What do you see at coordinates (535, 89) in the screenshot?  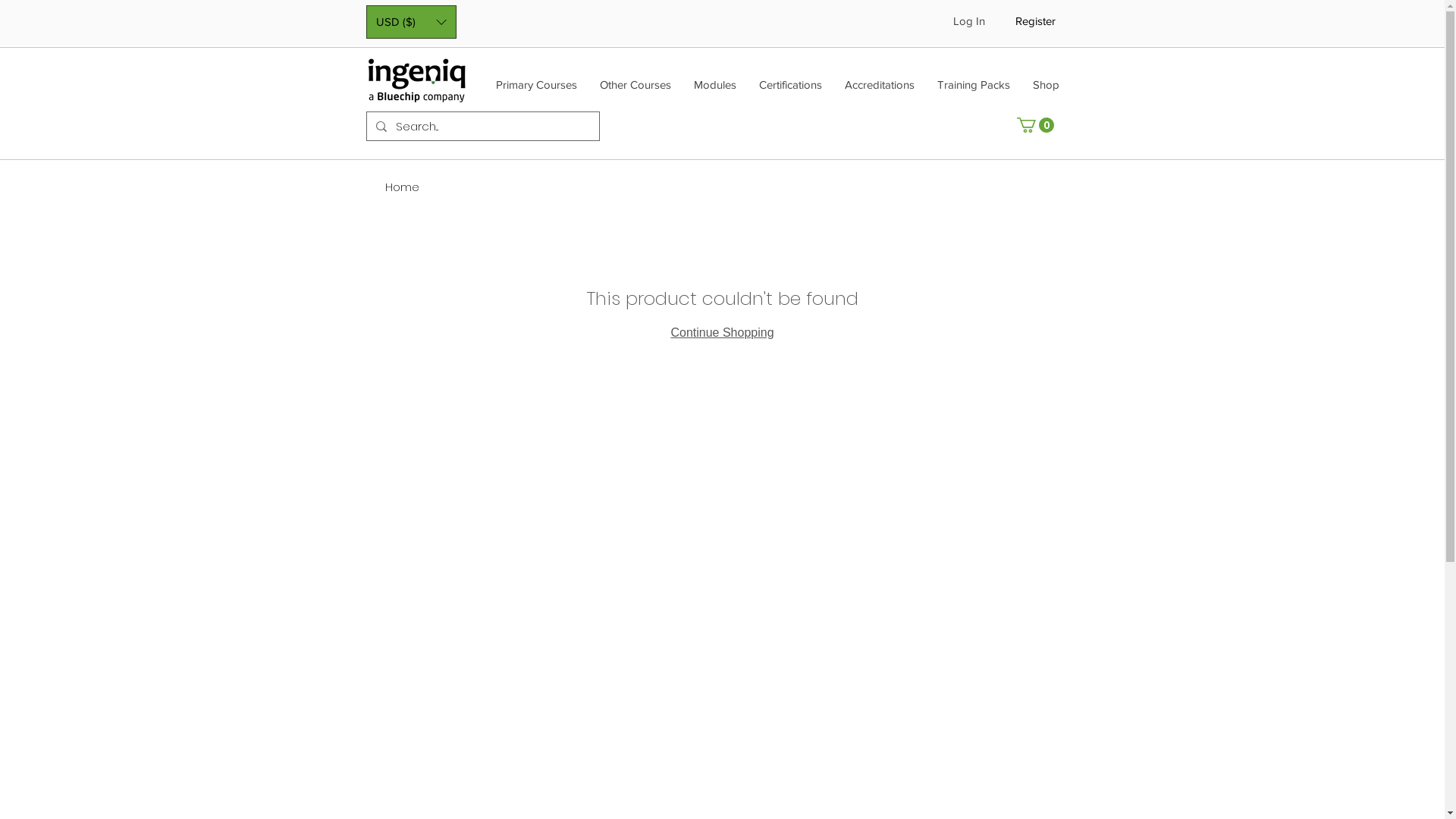 I see `'Primary Courses'` at bounding box center [535, 89].